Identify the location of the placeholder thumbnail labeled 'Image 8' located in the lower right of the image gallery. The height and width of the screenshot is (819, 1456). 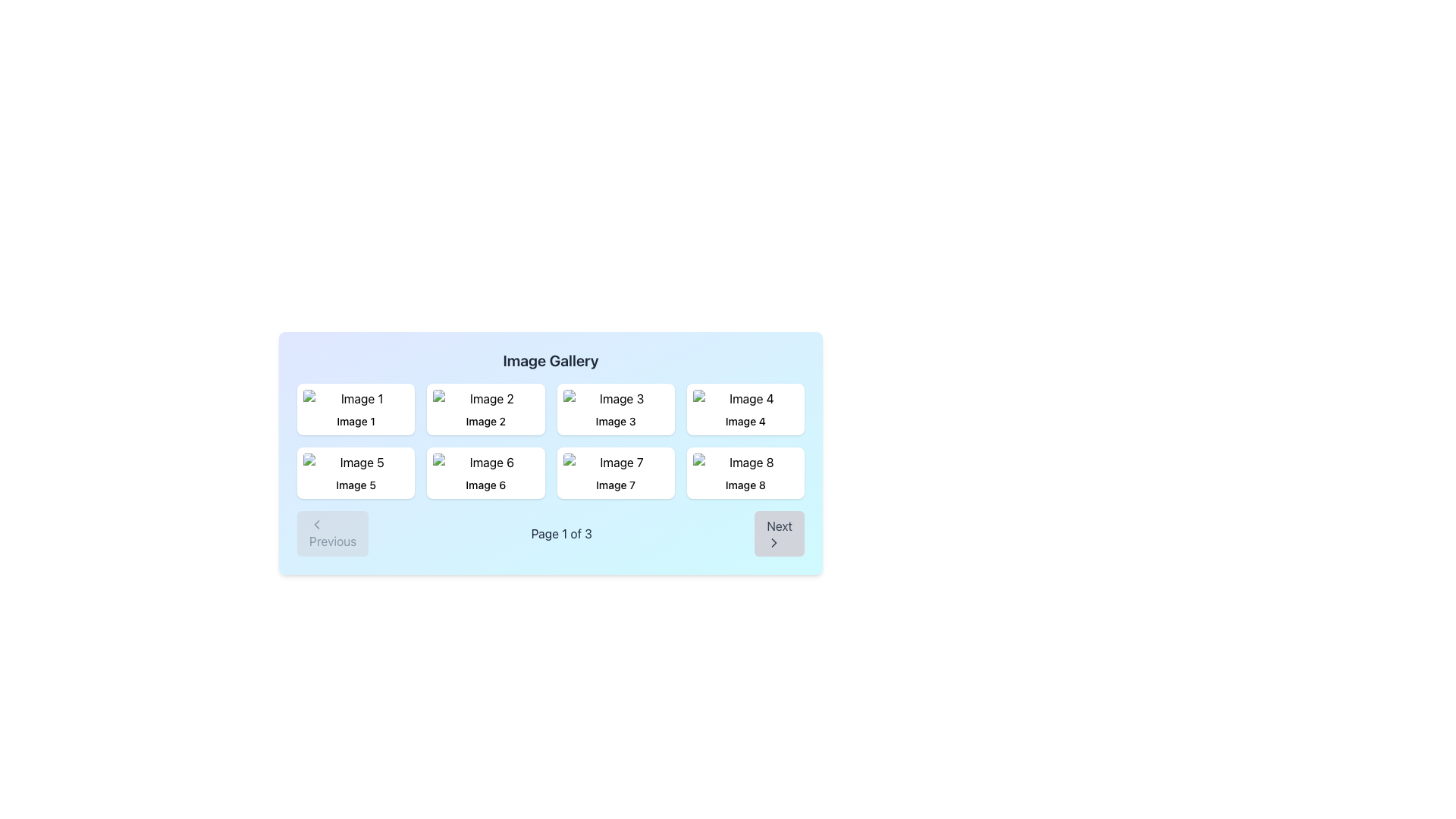
(745, 461).